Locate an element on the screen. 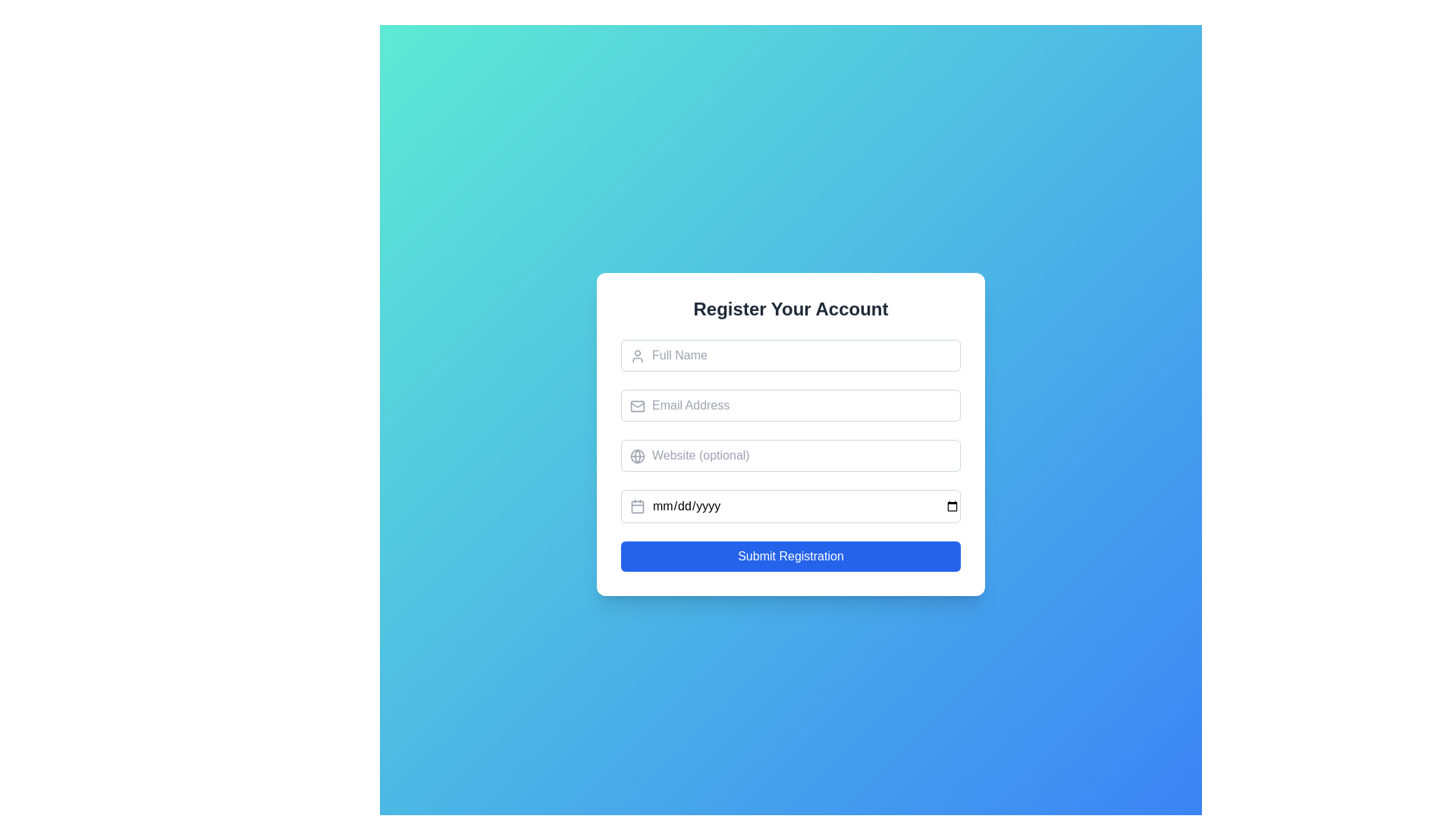 Image resolution: width=1456 pixels, height=819 pixels. the email input field located in the 'Register Your Account' form to focus on it for user input is located at coordinates (789, 405).